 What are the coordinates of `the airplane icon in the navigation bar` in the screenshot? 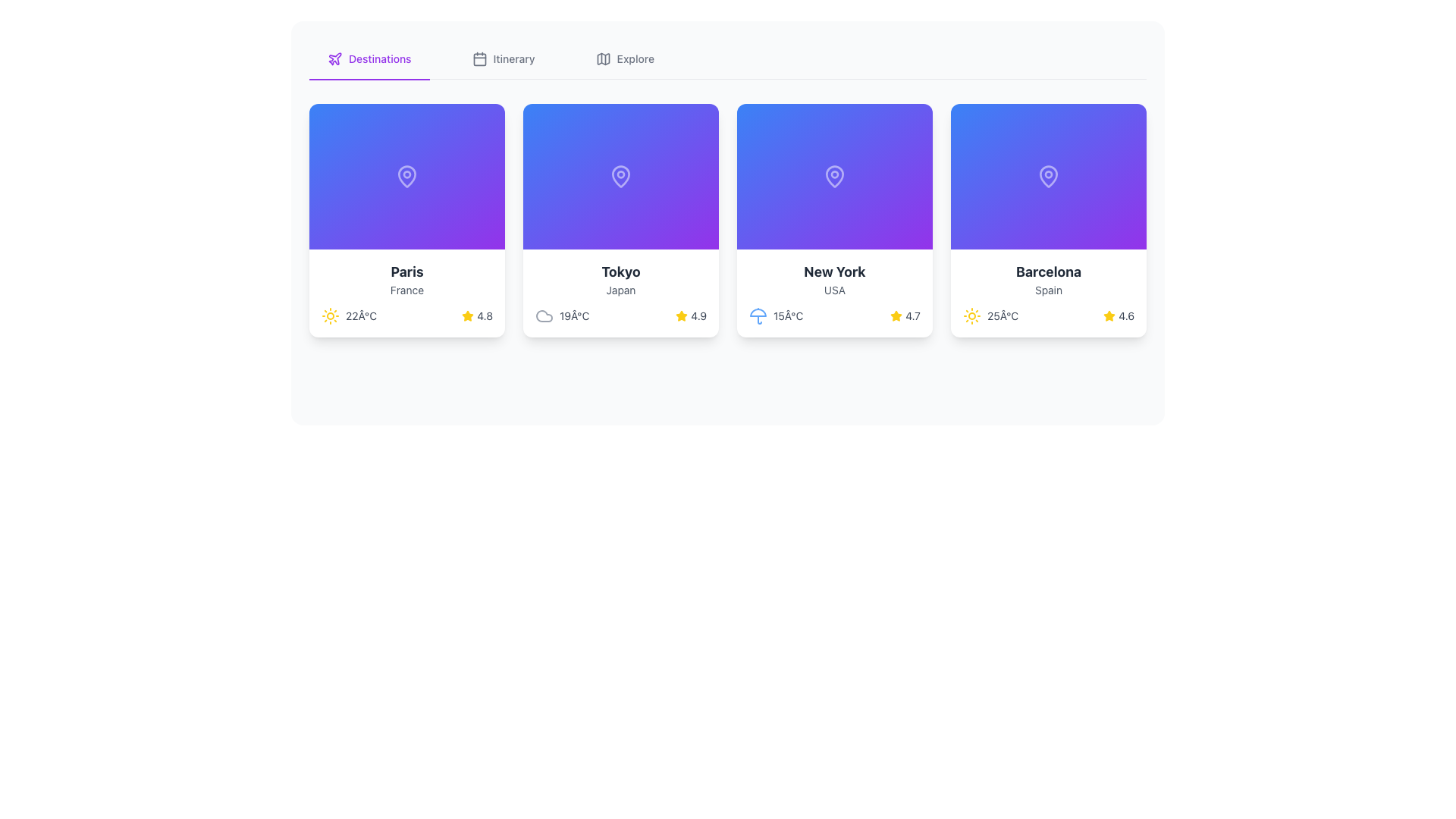 It's located at (334, 58).